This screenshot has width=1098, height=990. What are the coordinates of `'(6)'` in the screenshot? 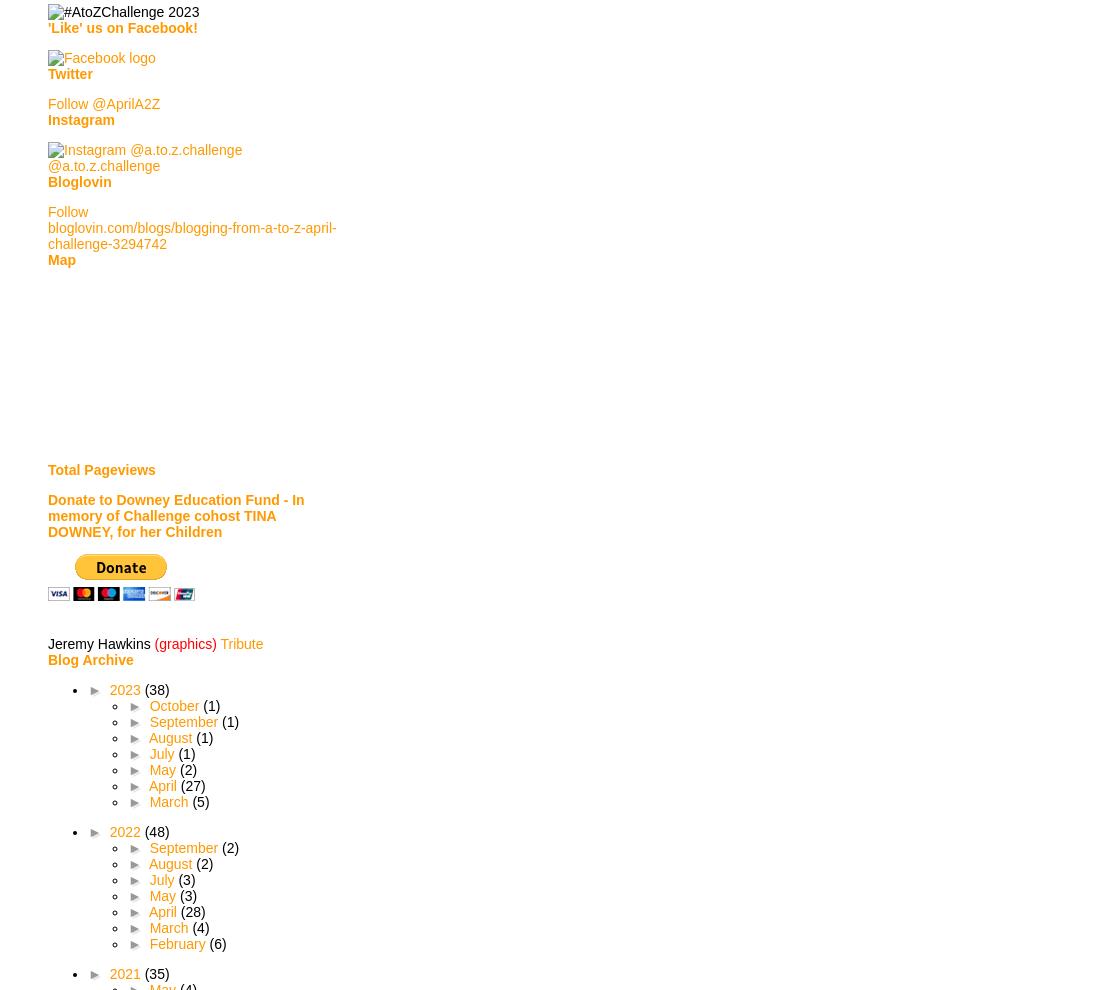 It's located at (216, 943).